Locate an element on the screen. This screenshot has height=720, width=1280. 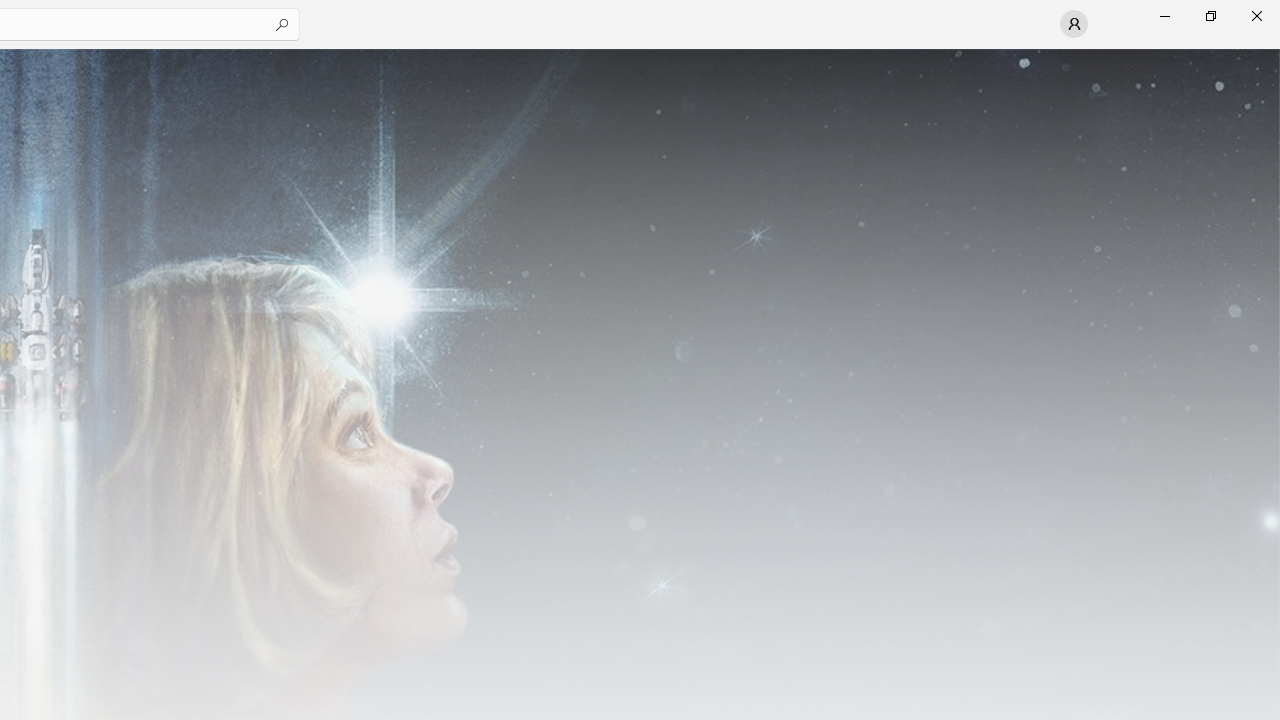
'Close Microsoft Store' is located at coordinates (1255, 15).